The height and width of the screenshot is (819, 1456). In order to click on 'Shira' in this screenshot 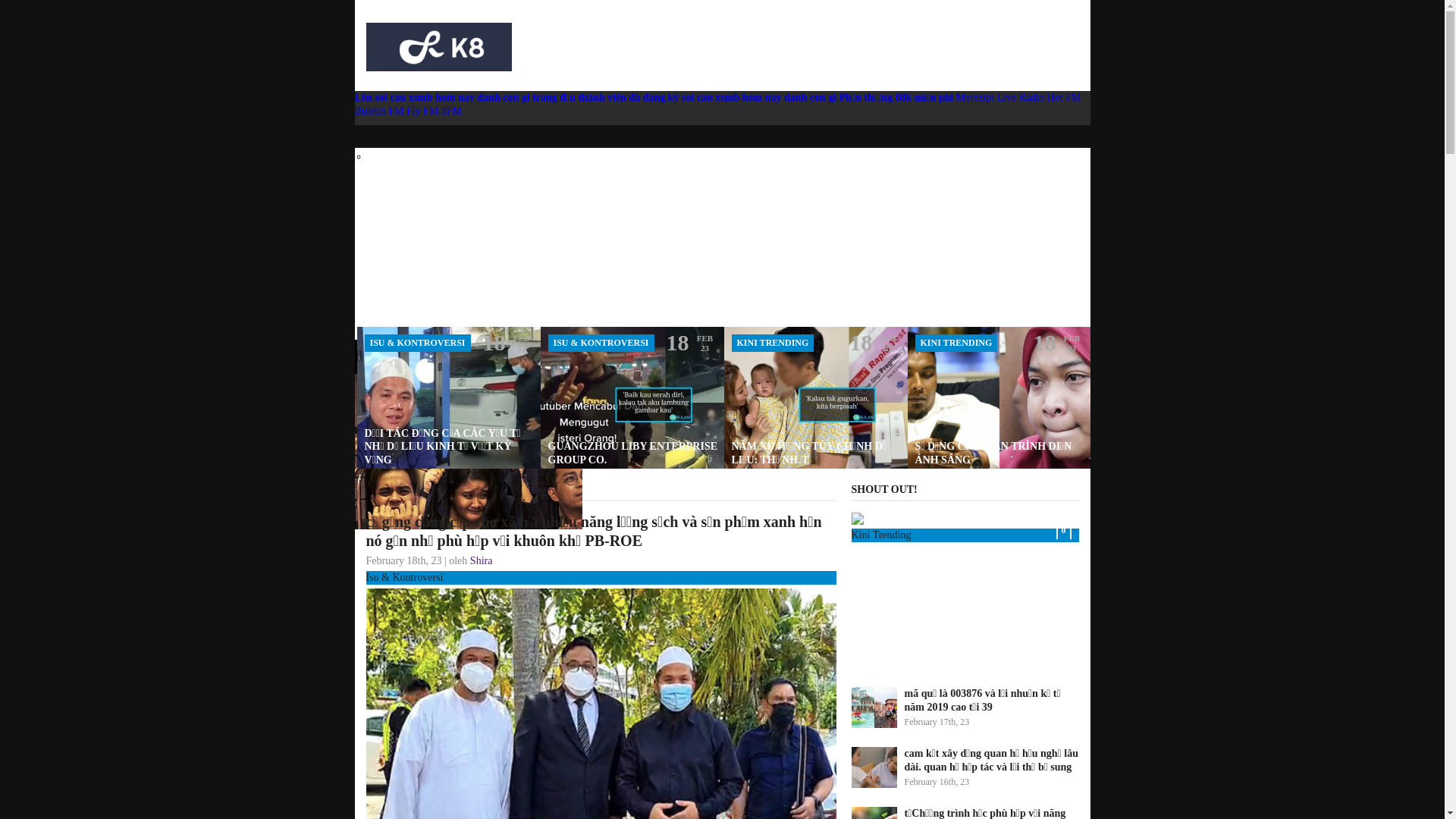, I will do `click(480, 560)`.